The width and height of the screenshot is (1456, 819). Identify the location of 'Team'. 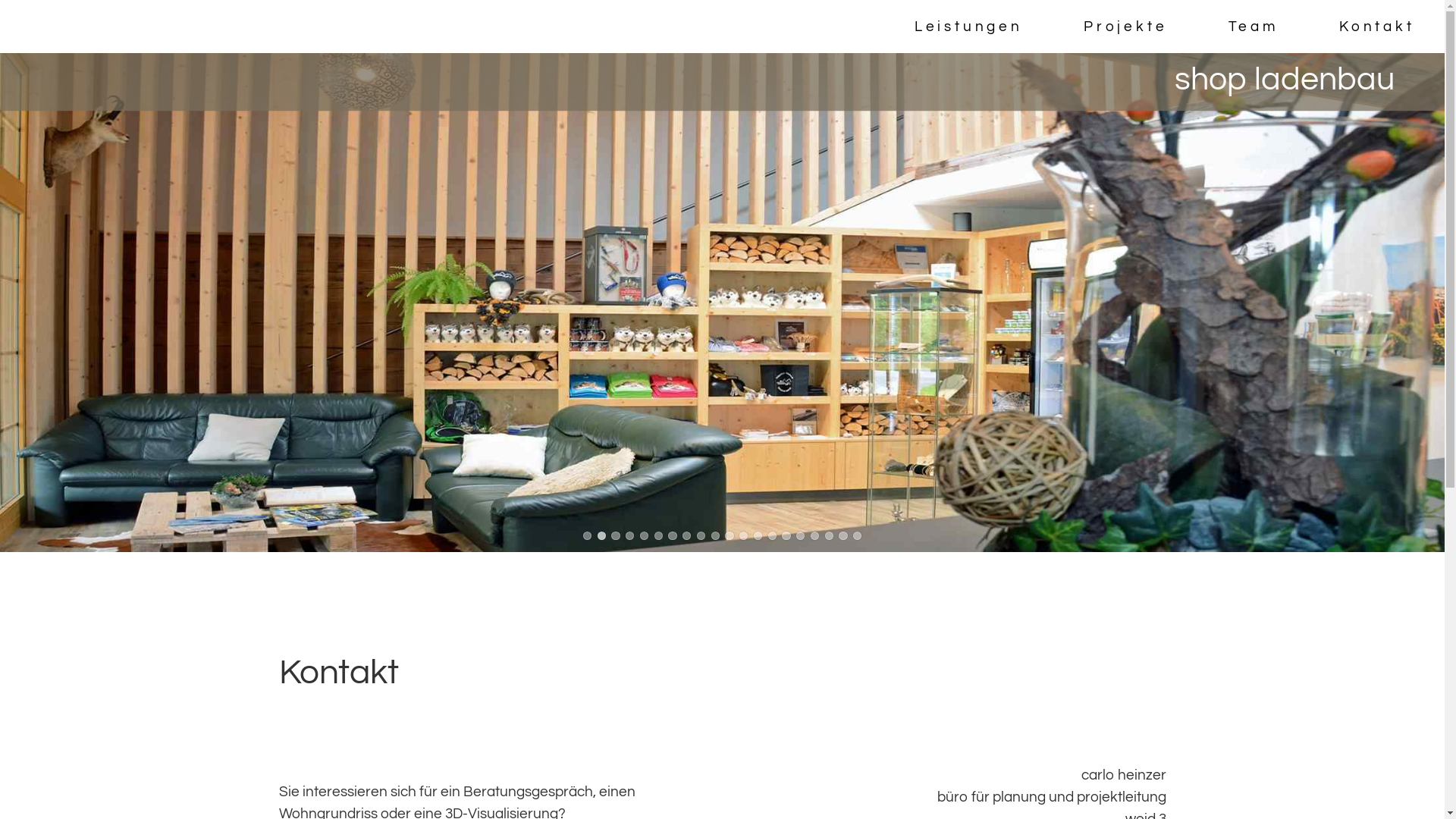
(1252, 26).